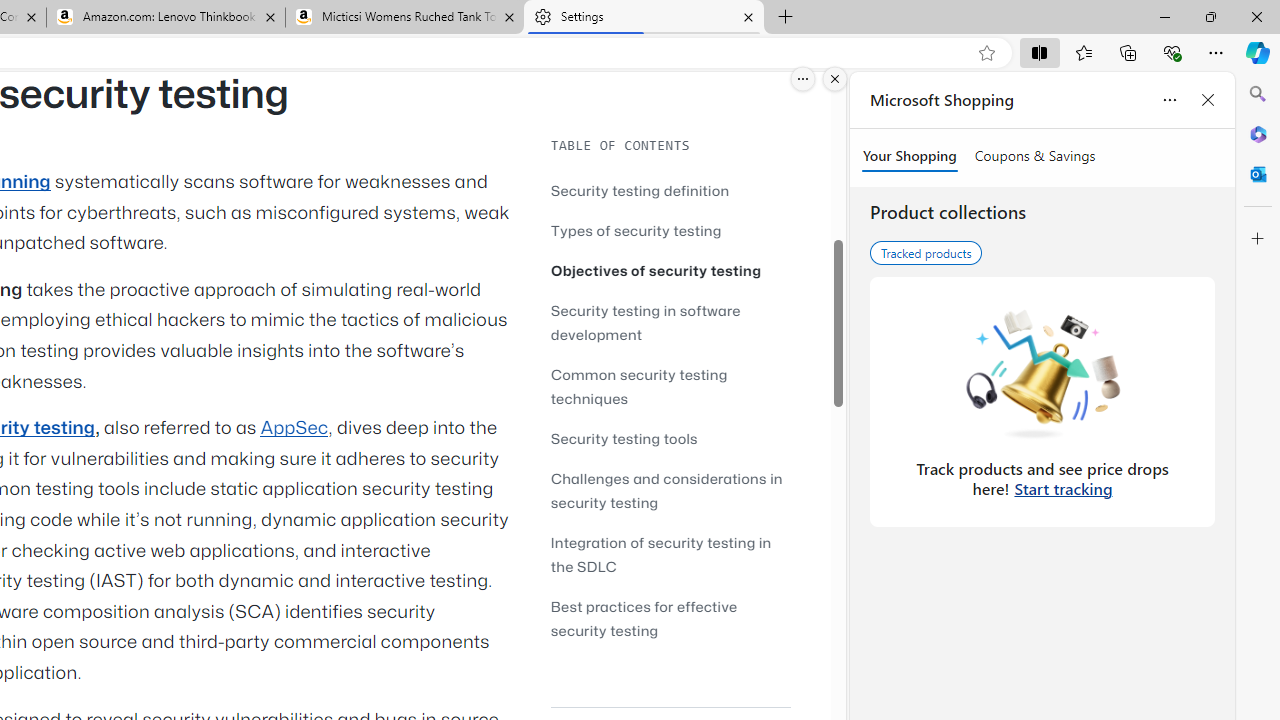 This screenshot has width=1280, height=720. I want to click on 'Security testing definition', so click(640, 190).